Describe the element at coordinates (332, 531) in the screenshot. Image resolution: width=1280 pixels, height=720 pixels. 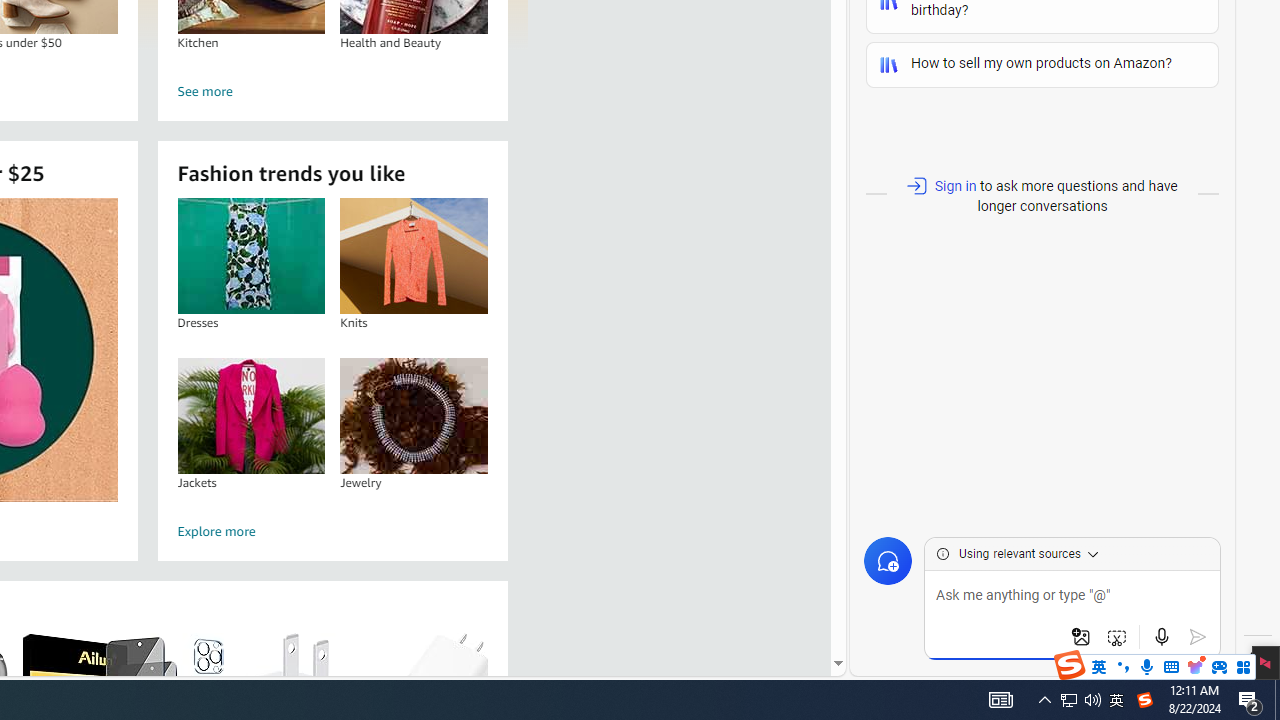
I see `'Explore more'` at that location.